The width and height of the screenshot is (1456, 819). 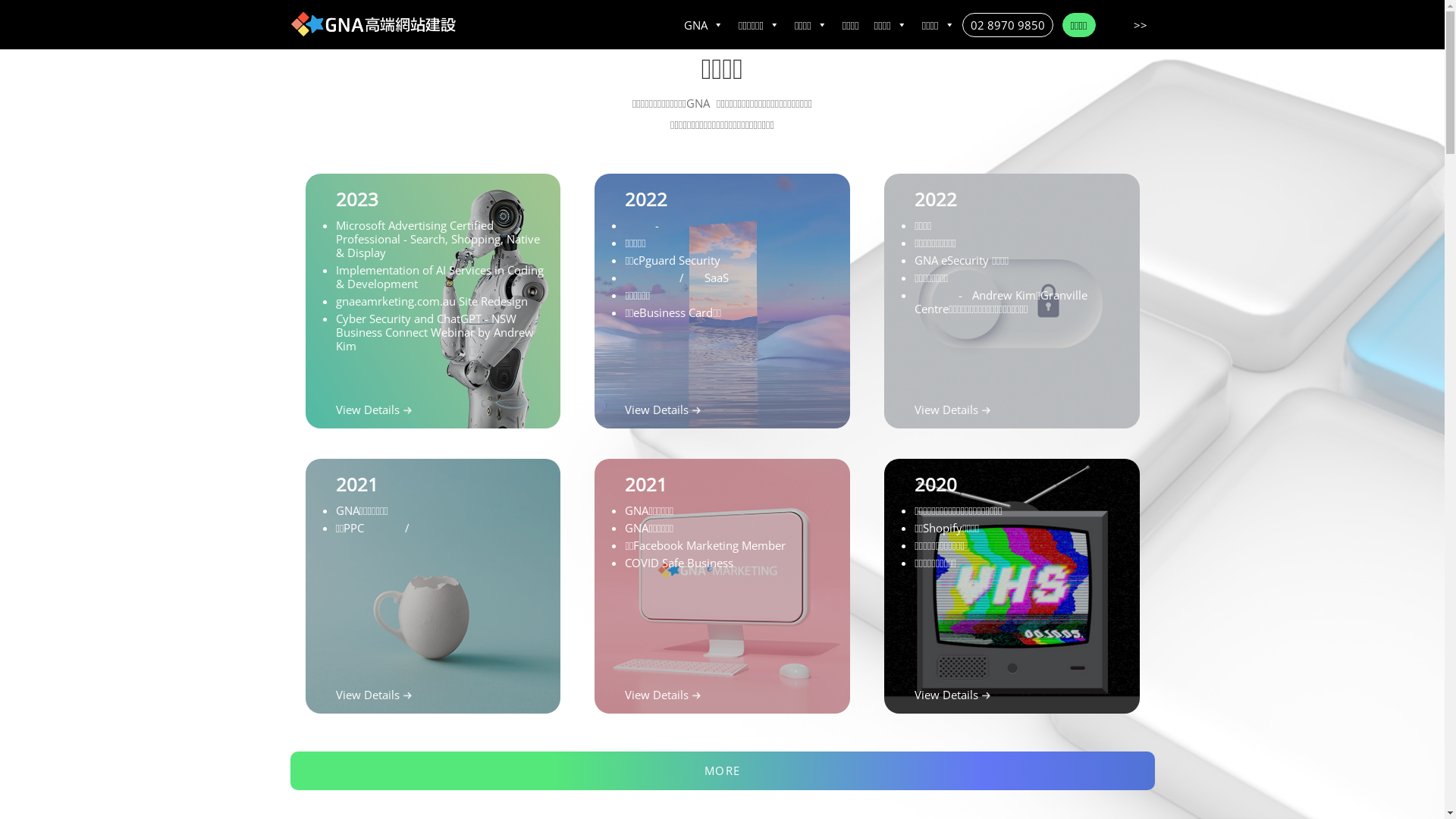 I want to click on 'View Details', so click(x=913, y=409).